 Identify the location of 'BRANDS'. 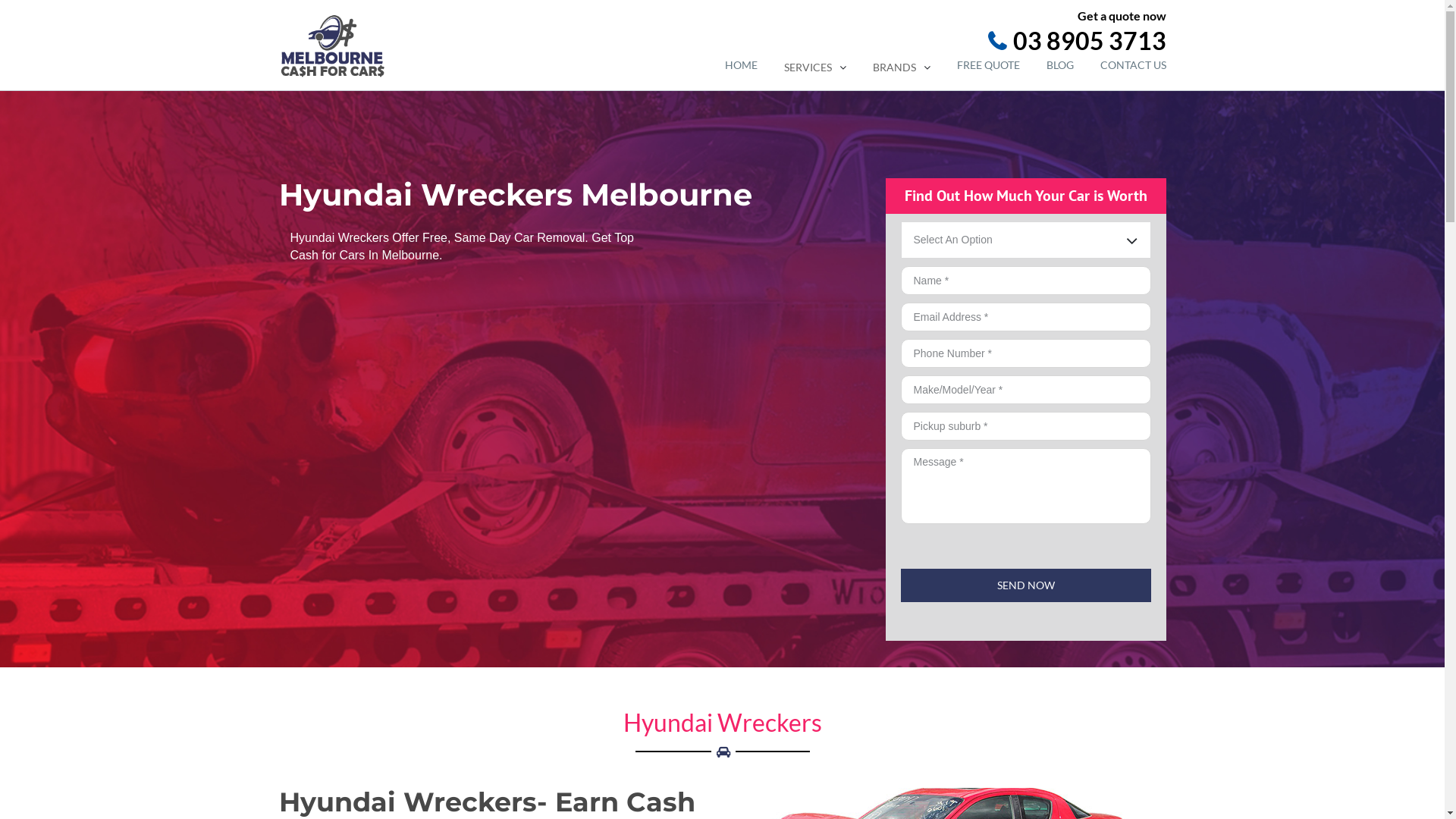
(901, 65).